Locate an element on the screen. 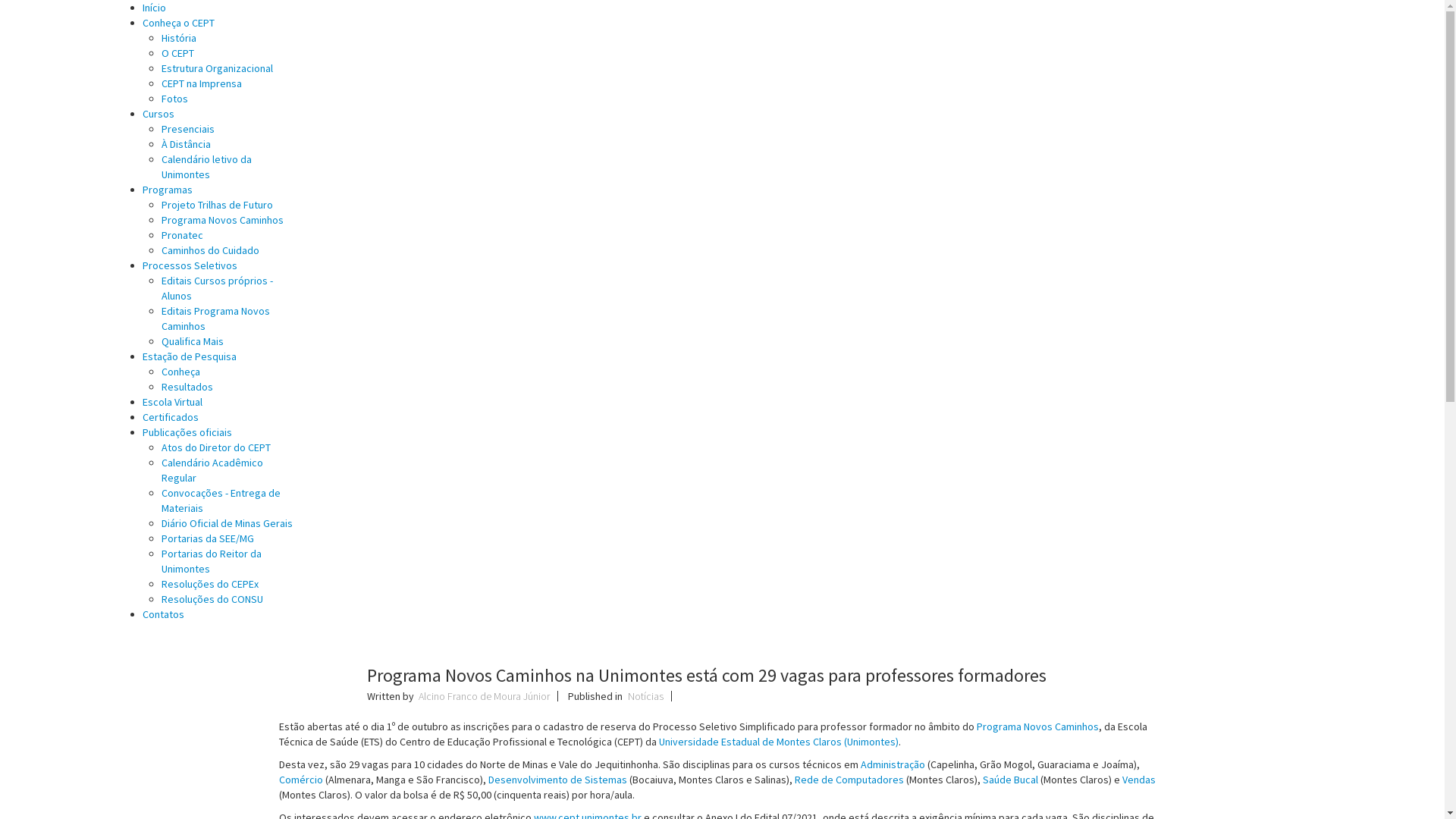 This screenshot has width=1456, height=819. 'Contatos' is located at coordinates (142, 614).